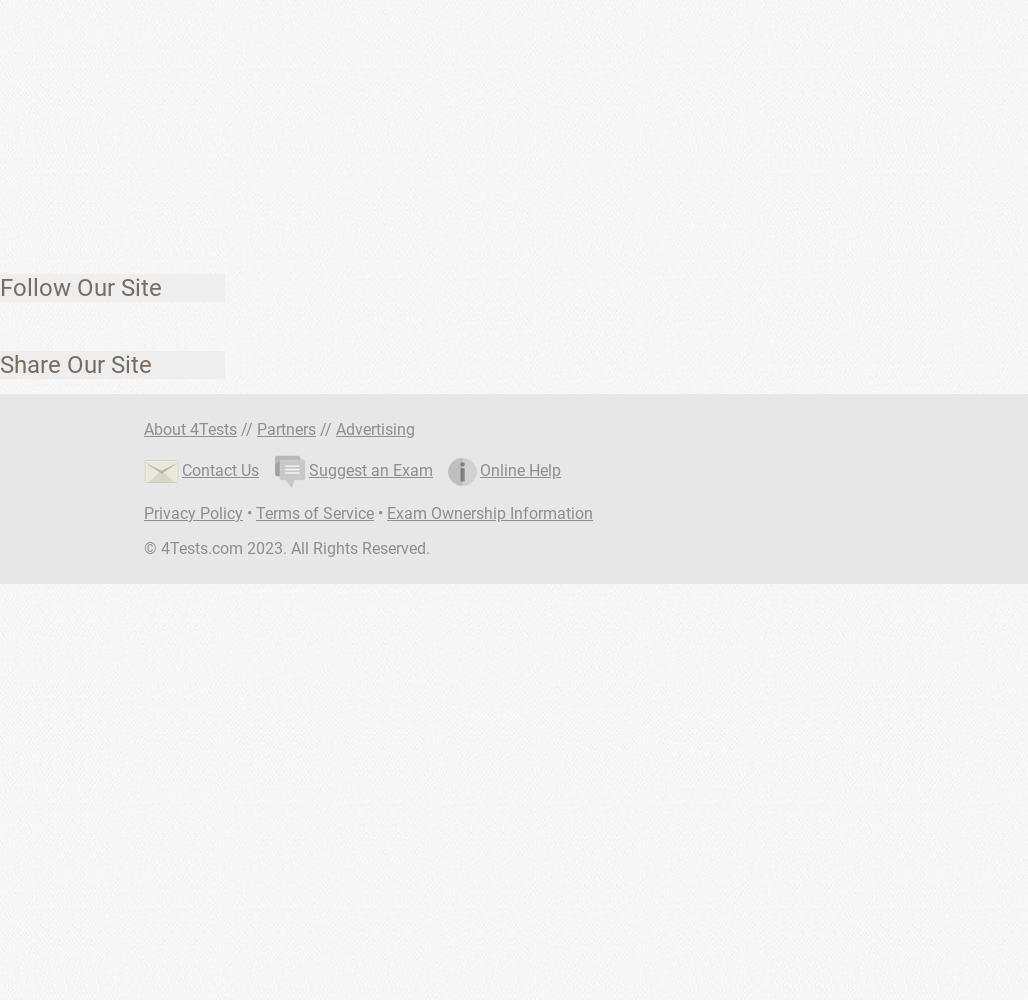 The width and height of the screenshot is (1028, 1000). Describe the element at coordinates (374, 429) in the screenshot. I see `'Advertising'` at that location.